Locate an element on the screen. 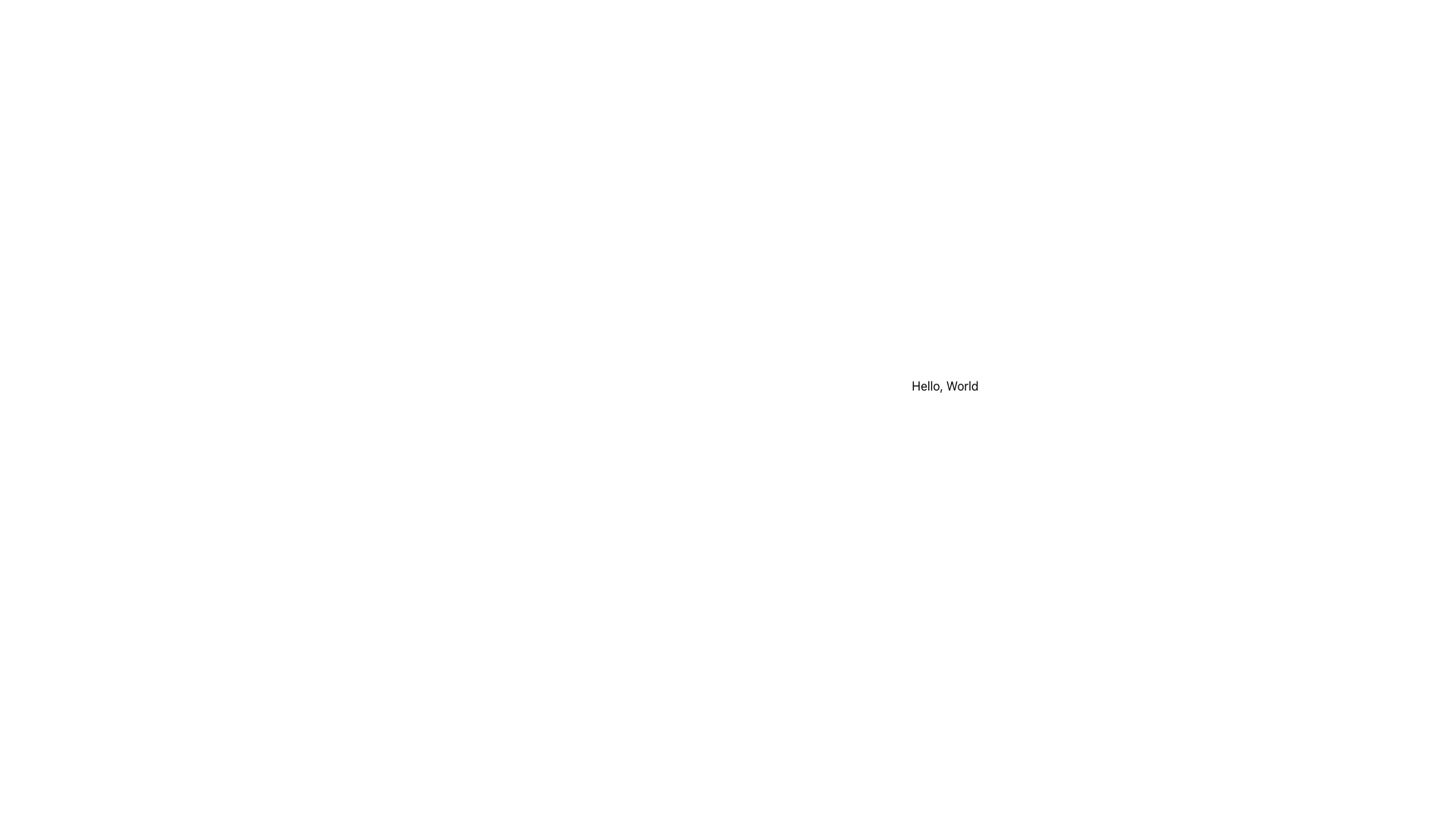 The width and height of the screenshot is (1456, 819). the light gray SVG Circle Element with a radius of 10 units located in the lower-left region of the interface is located at coordinates (626, 485).